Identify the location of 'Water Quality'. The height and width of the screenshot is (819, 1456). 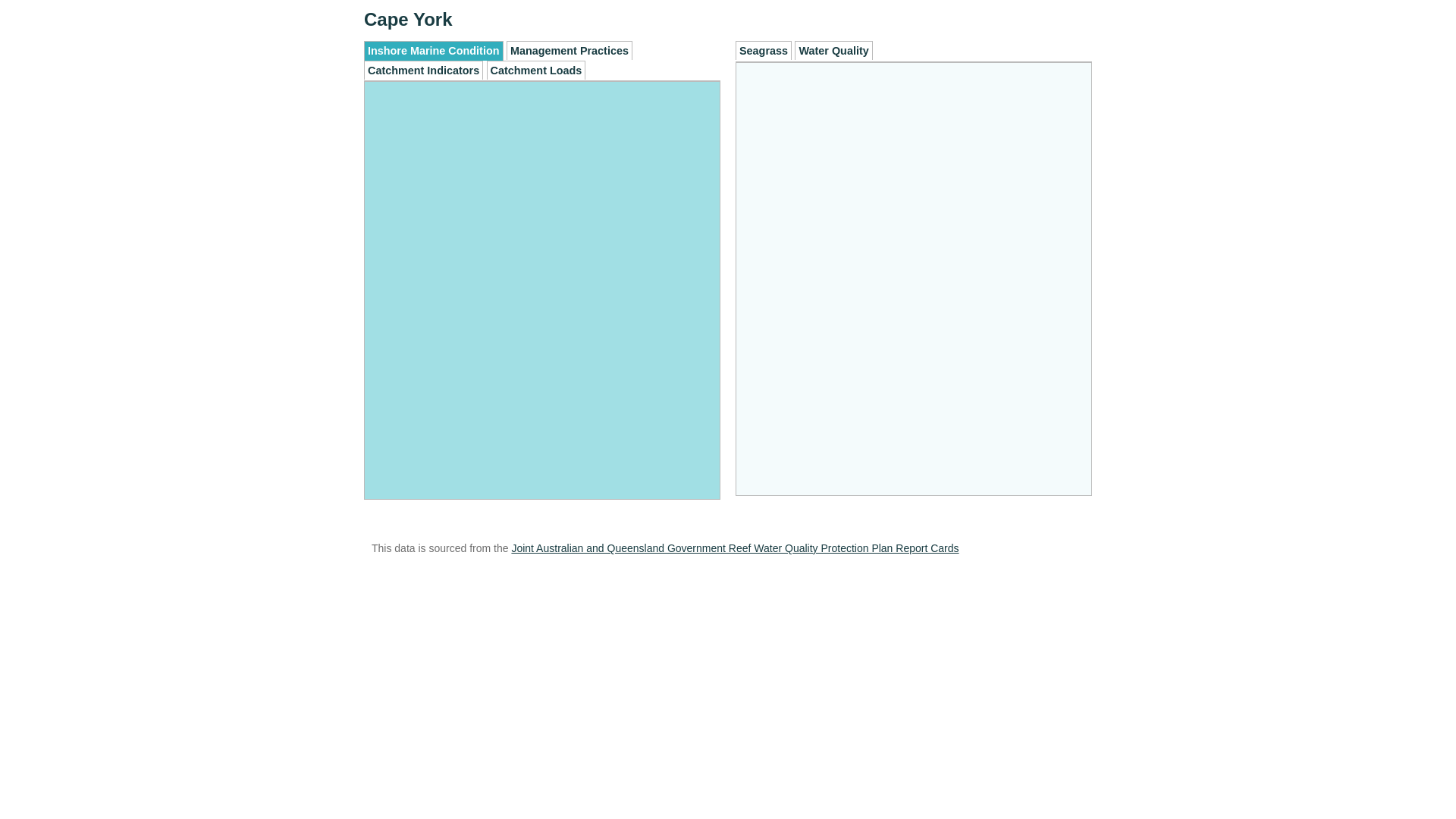
(793, 49).